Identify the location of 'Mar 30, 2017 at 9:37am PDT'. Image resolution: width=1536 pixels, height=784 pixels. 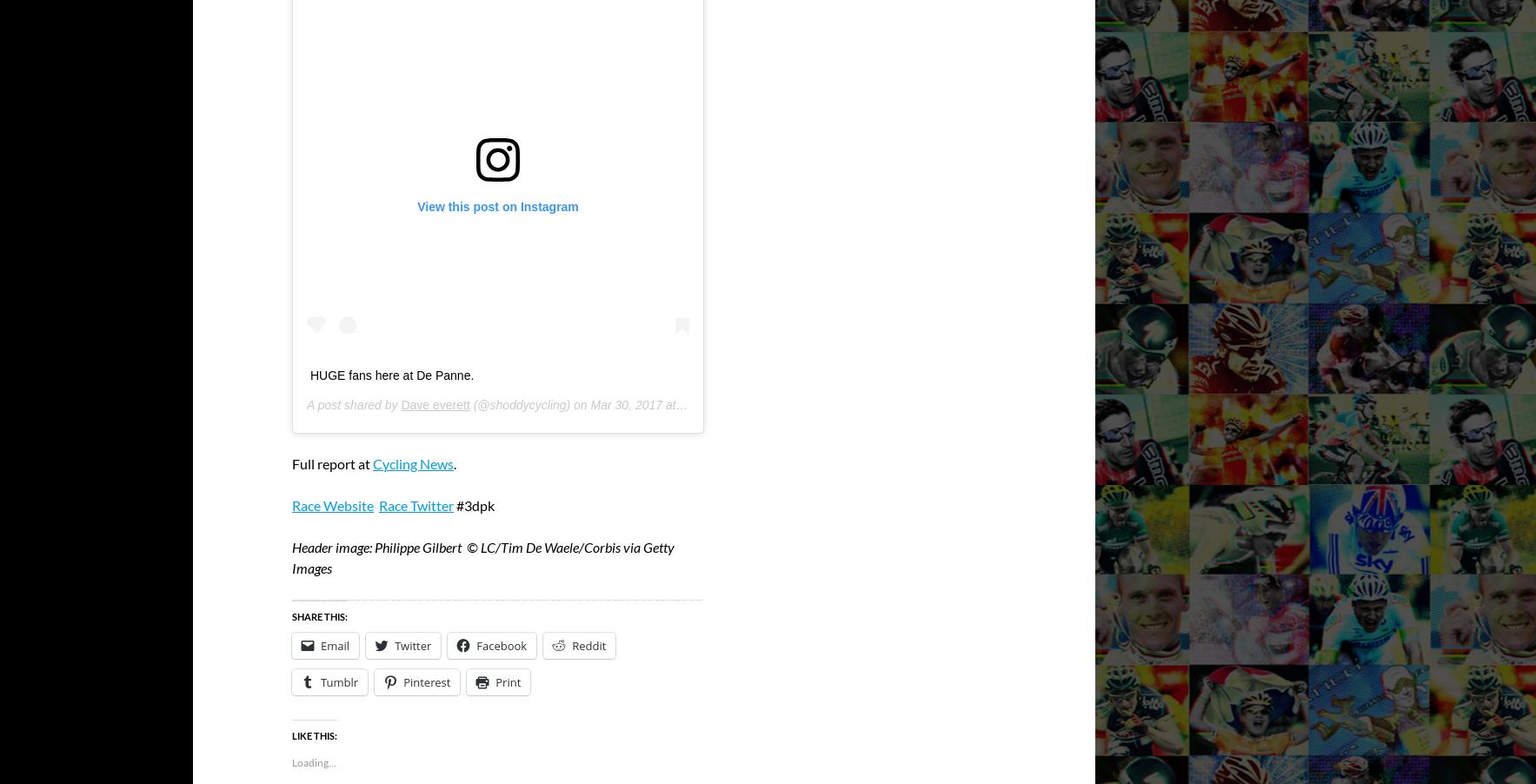
(668, 403).